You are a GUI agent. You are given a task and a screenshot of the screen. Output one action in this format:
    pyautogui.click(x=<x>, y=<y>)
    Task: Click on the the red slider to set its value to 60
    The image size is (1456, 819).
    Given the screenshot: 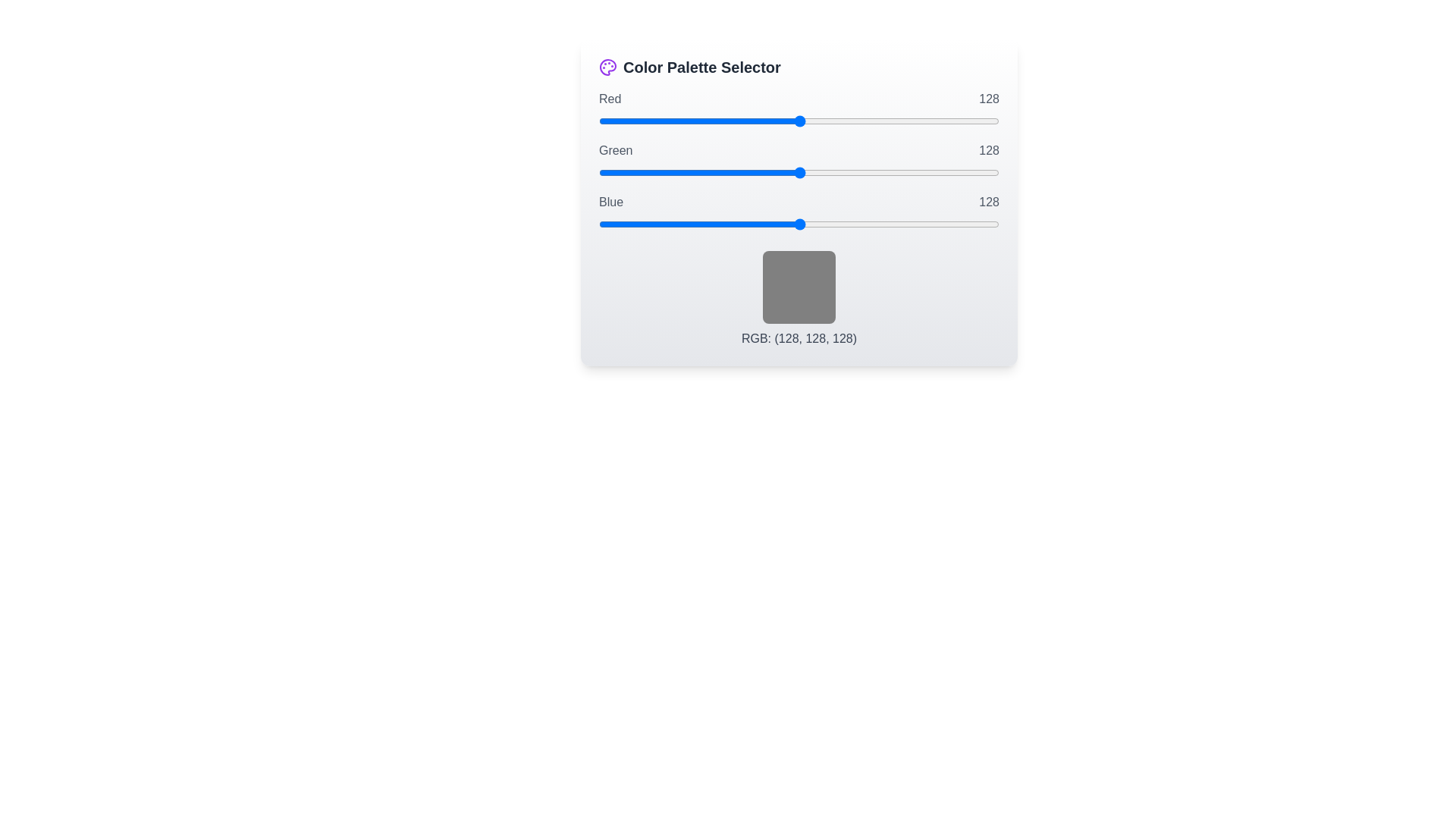 What is the action you would take?
    pyautogui.click(x=692, y=120)
    